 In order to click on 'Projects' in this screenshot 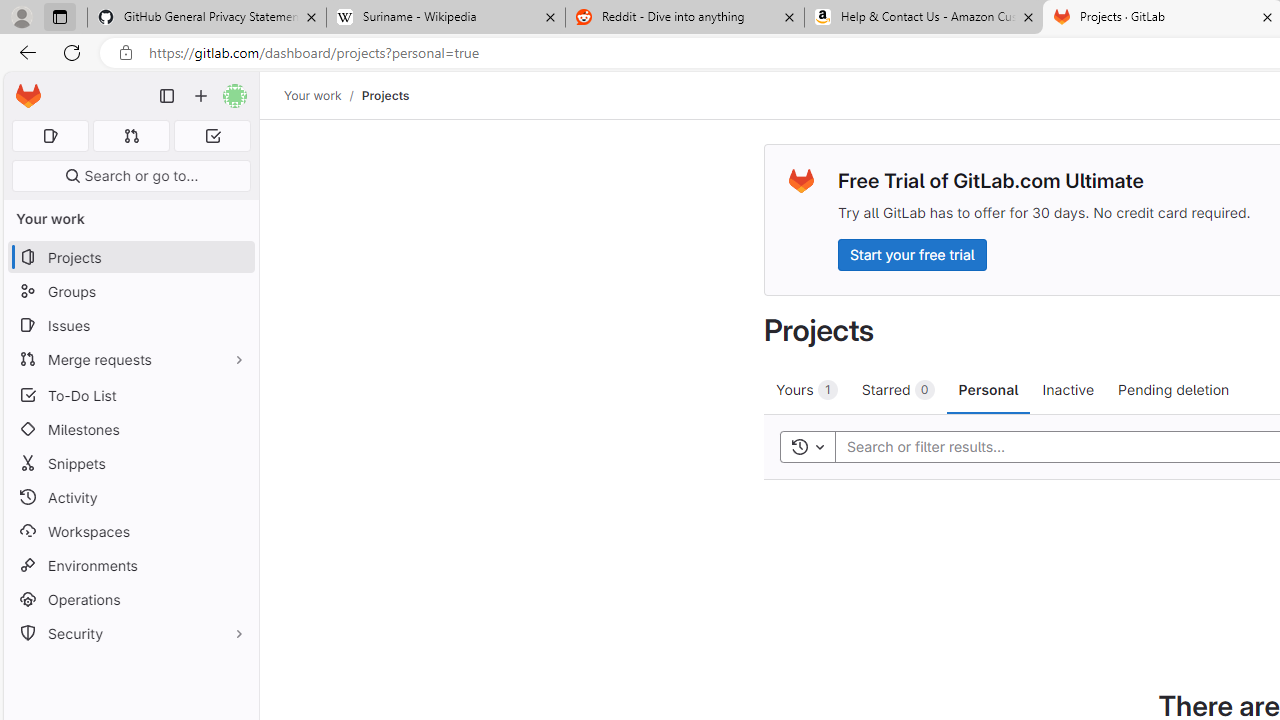, I will do `click(385, 95)`.